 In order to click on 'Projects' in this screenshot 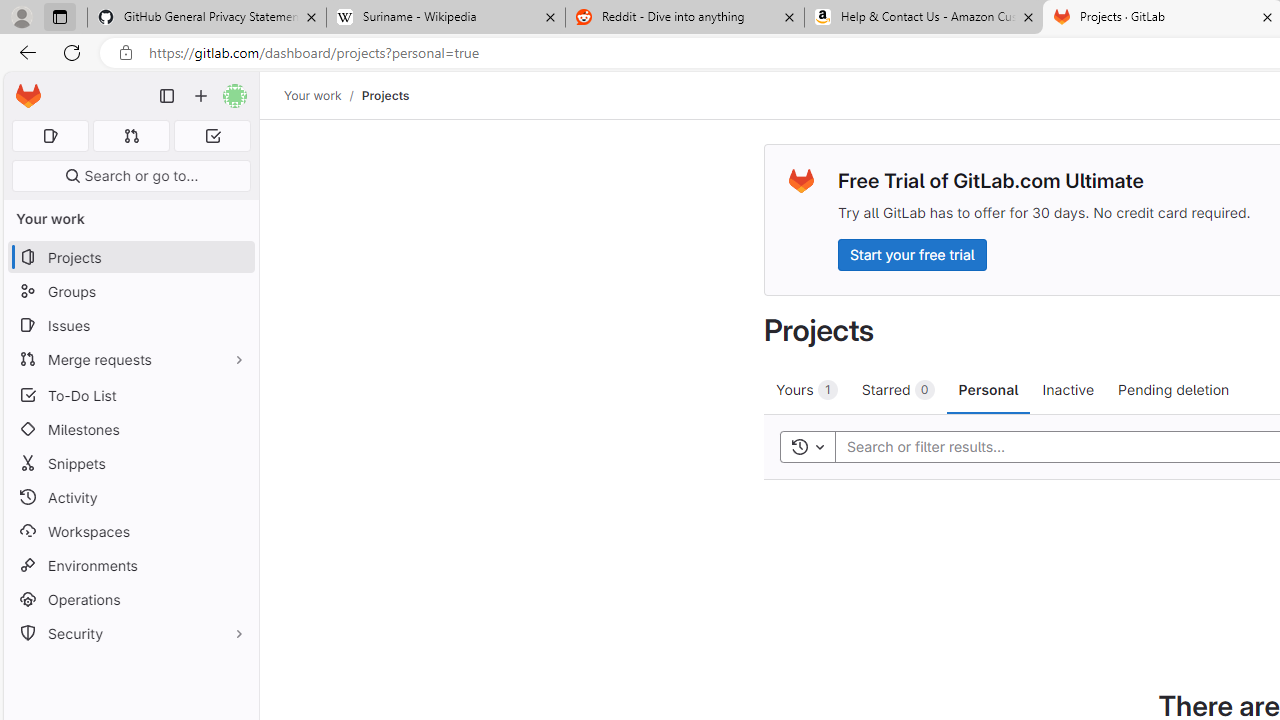, I will do `click(385, 95)`.